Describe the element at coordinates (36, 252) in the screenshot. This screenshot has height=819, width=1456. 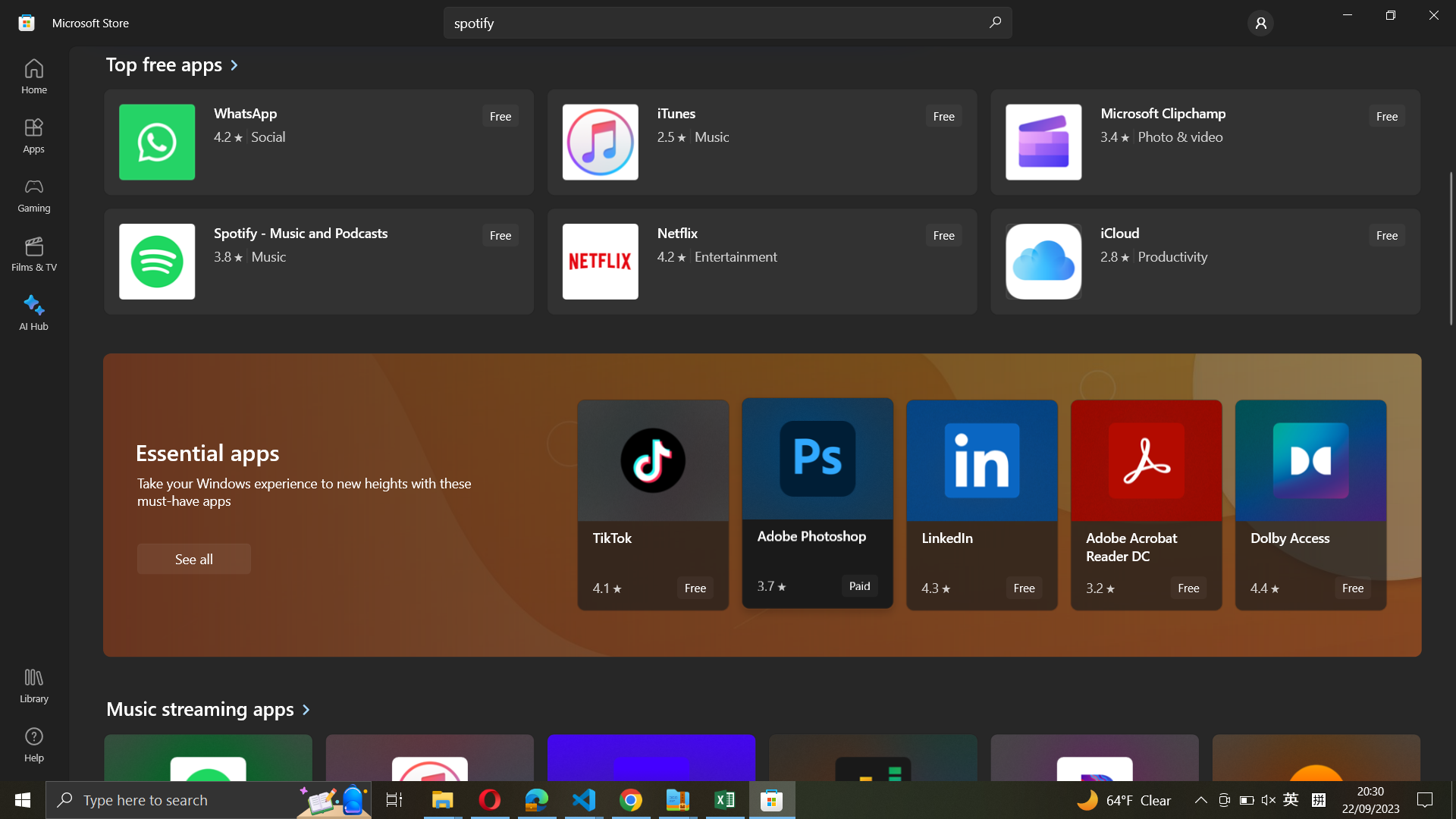
I see `the Films & TV application` at that location.